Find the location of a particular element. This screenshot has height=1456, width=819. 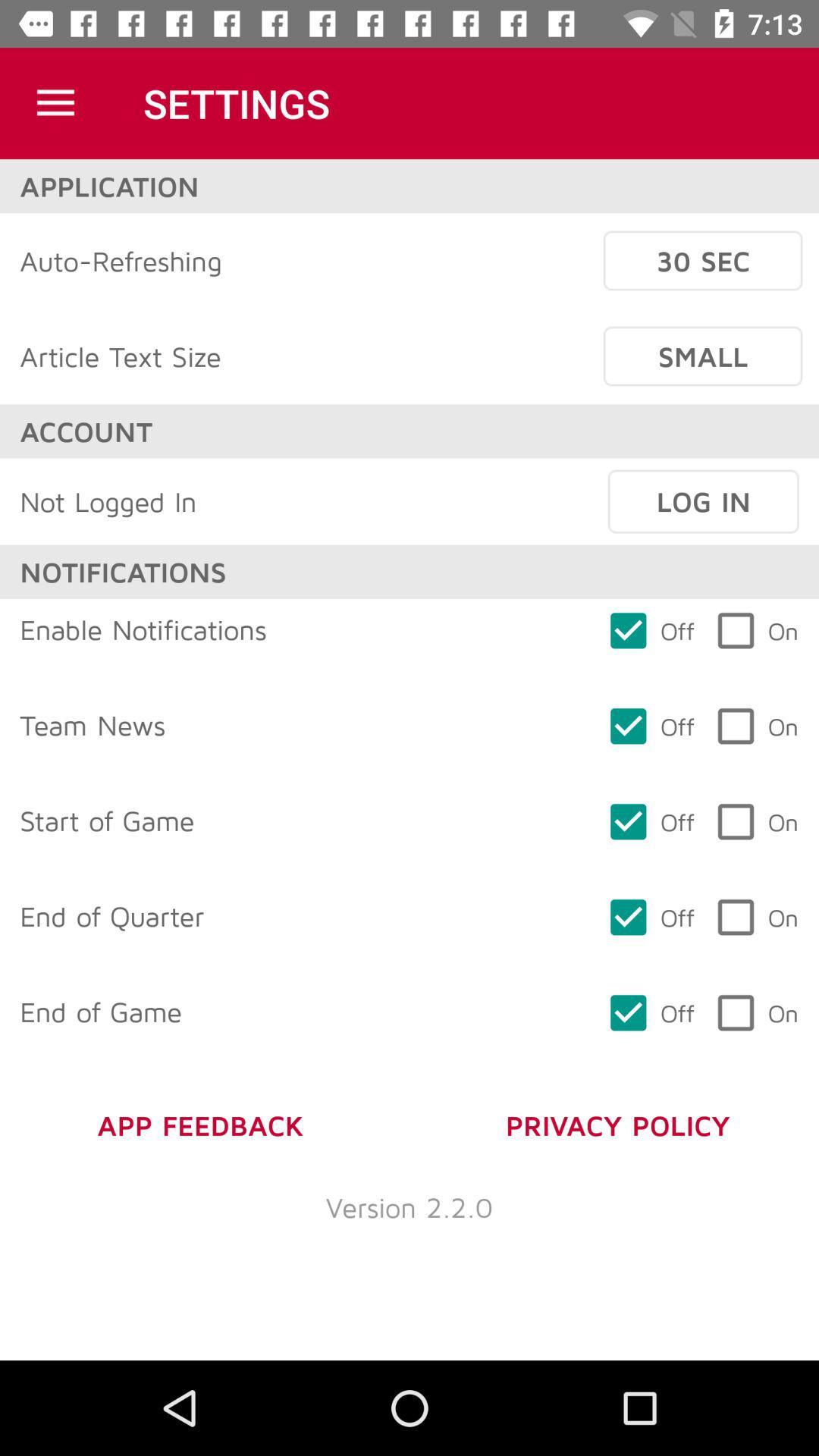

item below app feedback icon is located at coordinates (409, 1206).